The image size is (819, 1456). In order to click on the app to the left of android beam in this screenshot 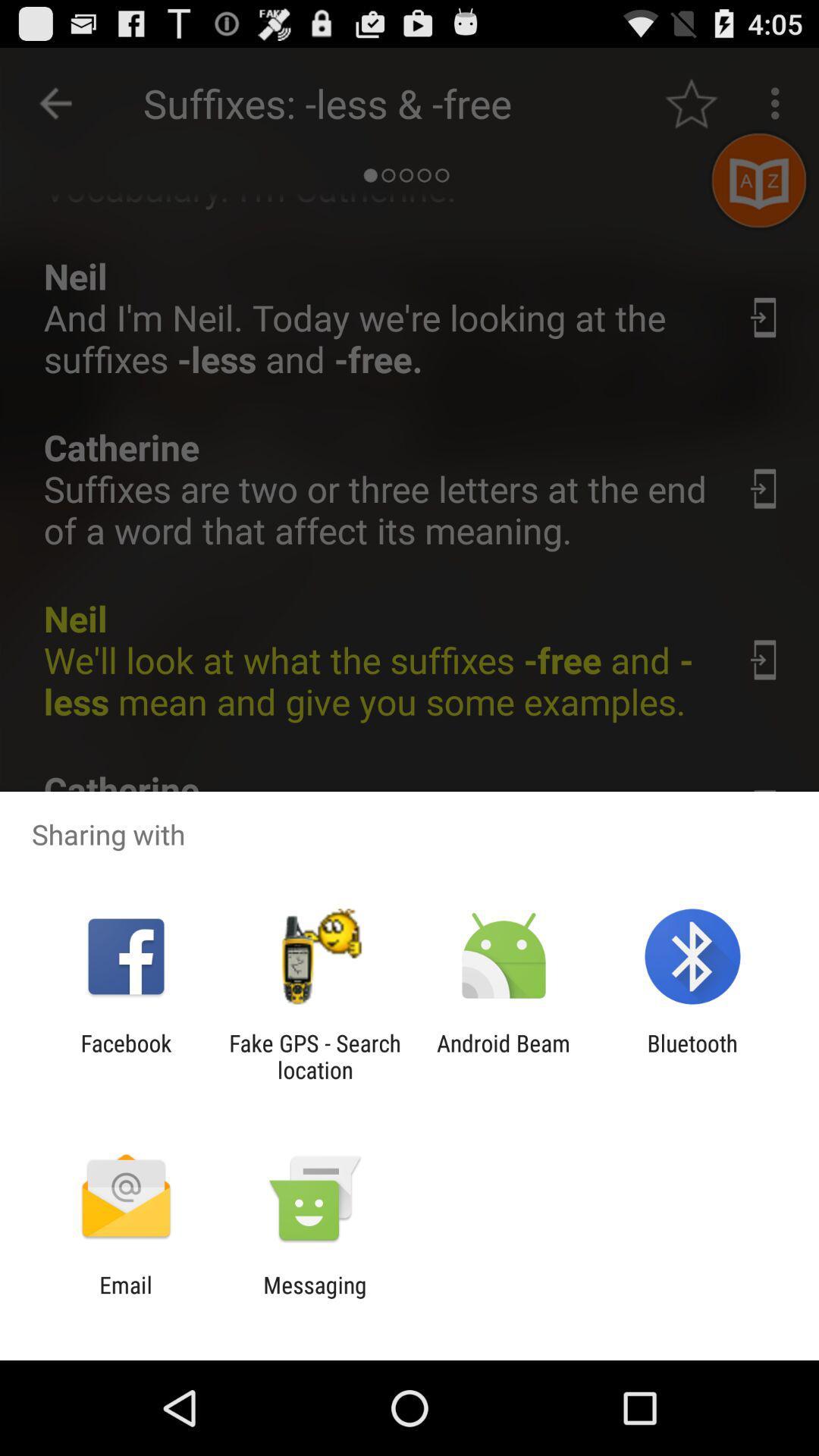, I will do `click(314, 1056)`.